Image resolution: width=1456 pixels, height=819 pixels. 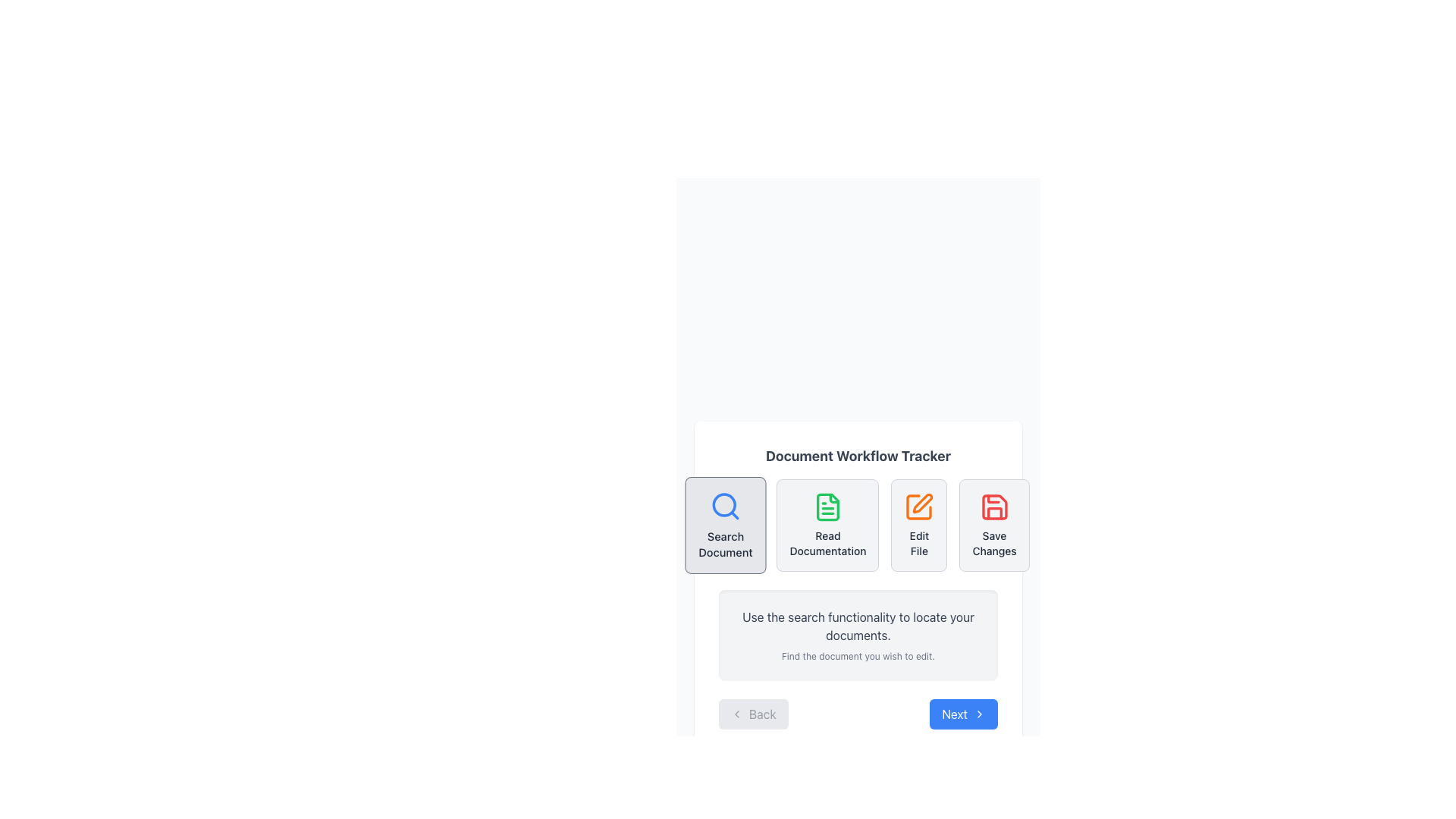 What do you see at coordinates (994, 525) in the screenshot?
I see `the save changes button, which is the fourth button in the 'Document Workflow Tracker' section, located to the right of the 'Edit File' button` at bounding box center [994, 525].